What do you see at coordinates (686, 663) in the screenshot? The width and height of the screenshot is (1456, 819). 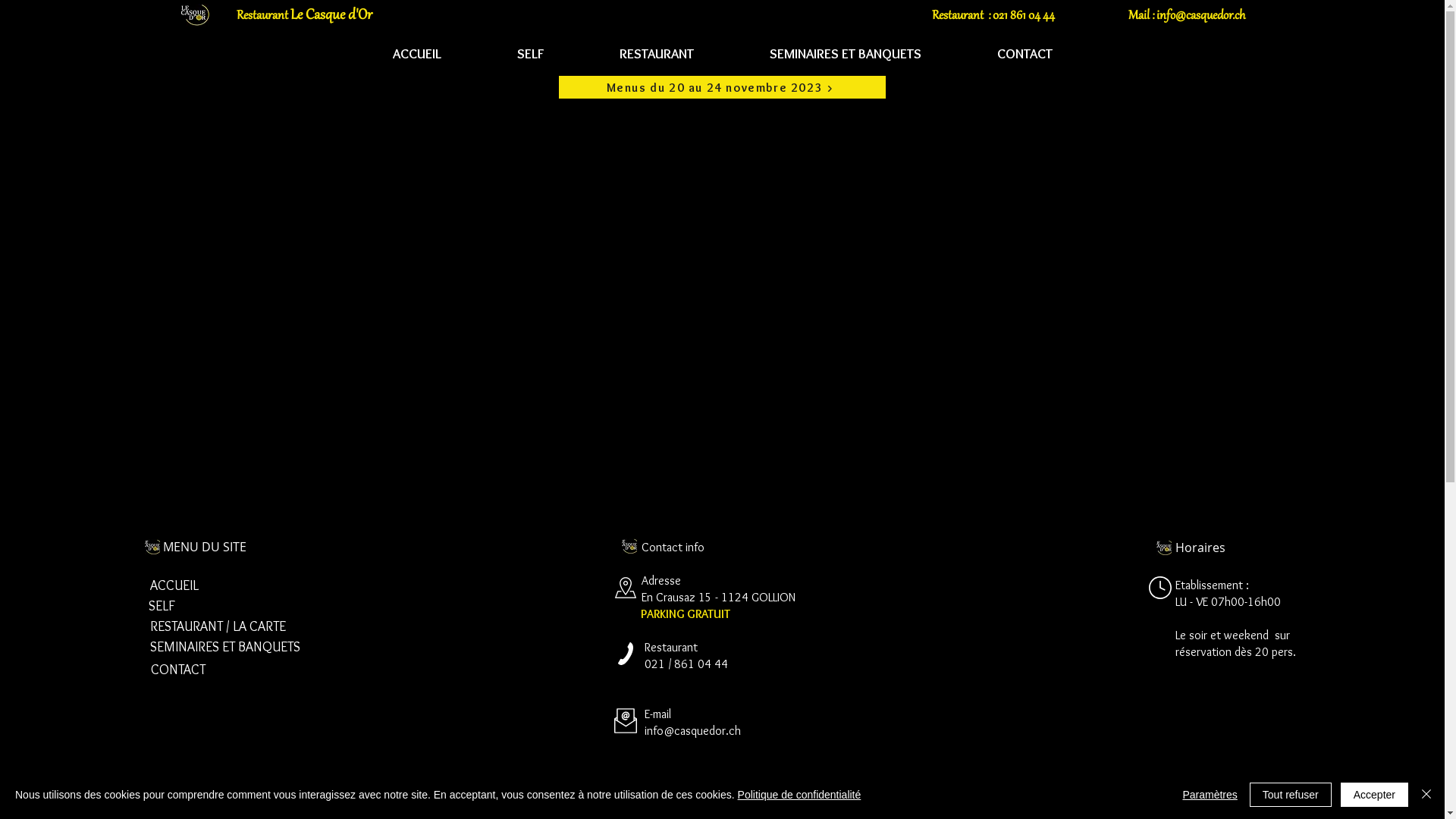 I see `'021 / 861 04 44'` at bounding box center [686, 663].